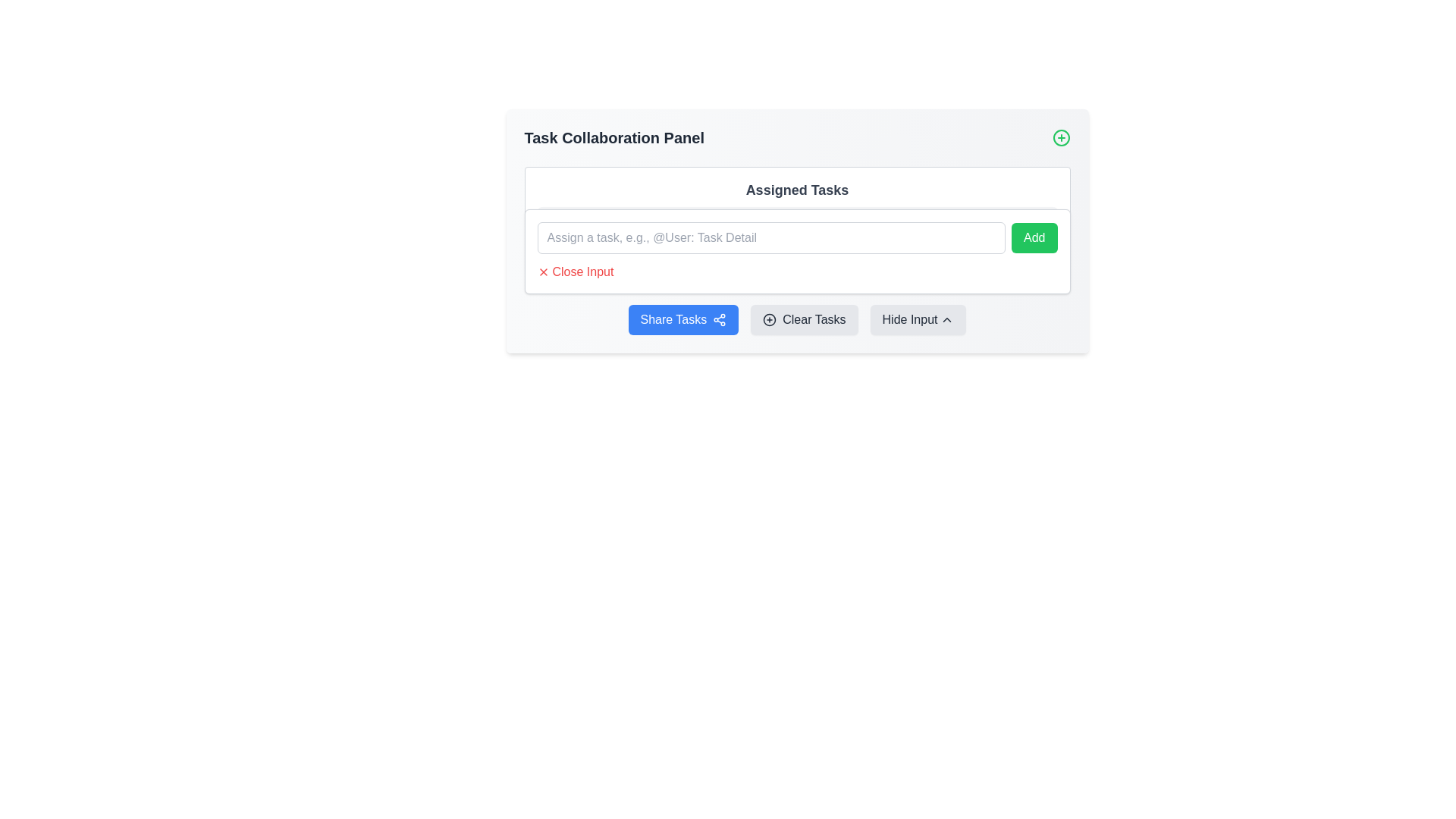  I want to click on the 'Close Input' icon located in the 'Assigned Tasks' section, so click(543, 271).